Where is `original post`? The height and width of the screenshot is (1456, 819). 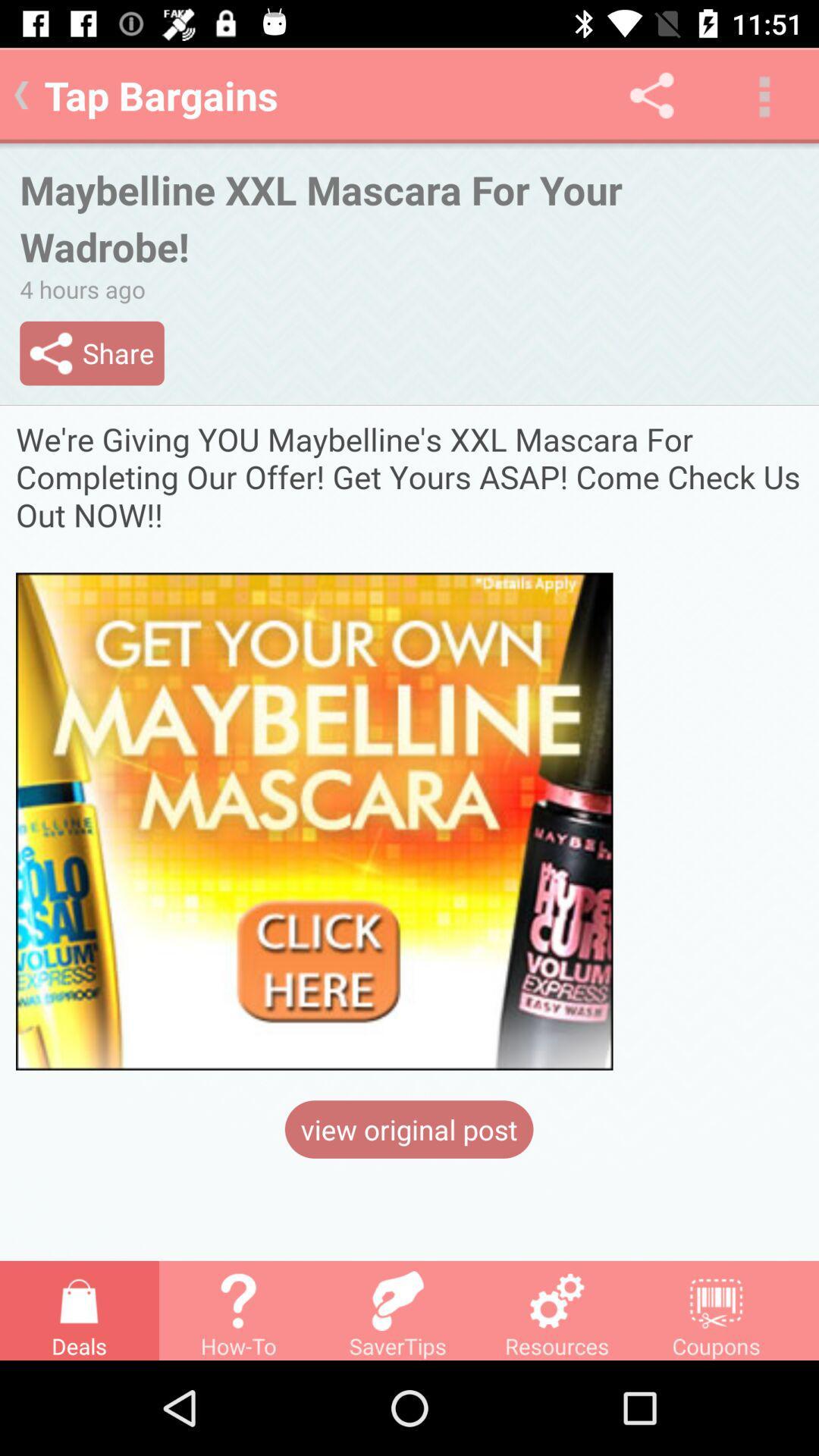
original post is located at coordinates (409, 745).